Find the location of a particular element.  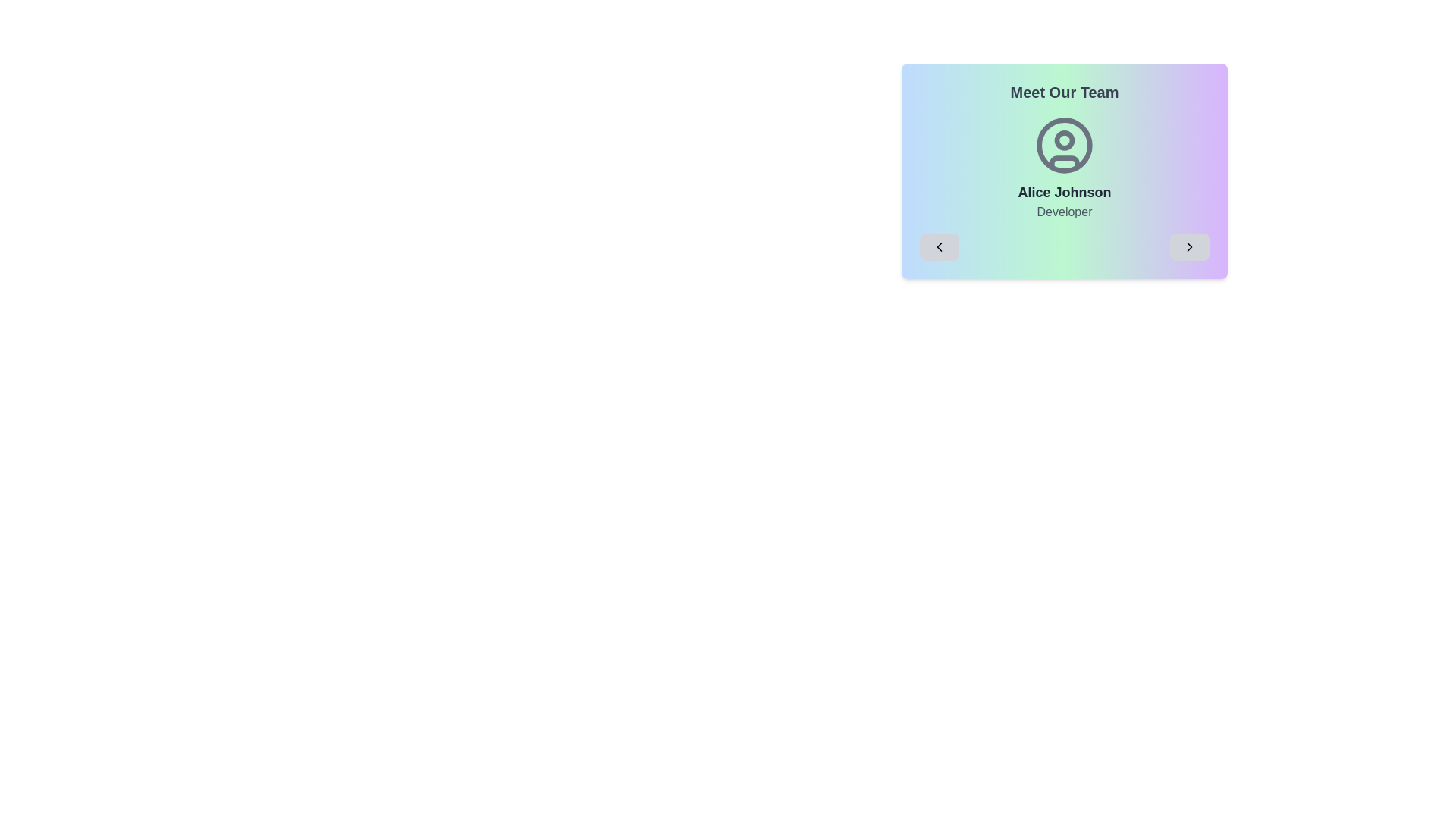

the text label displaying 'Developer' in gray font, which is located directly below 'Alice Johnson' is located at coordinates (1063, 212).